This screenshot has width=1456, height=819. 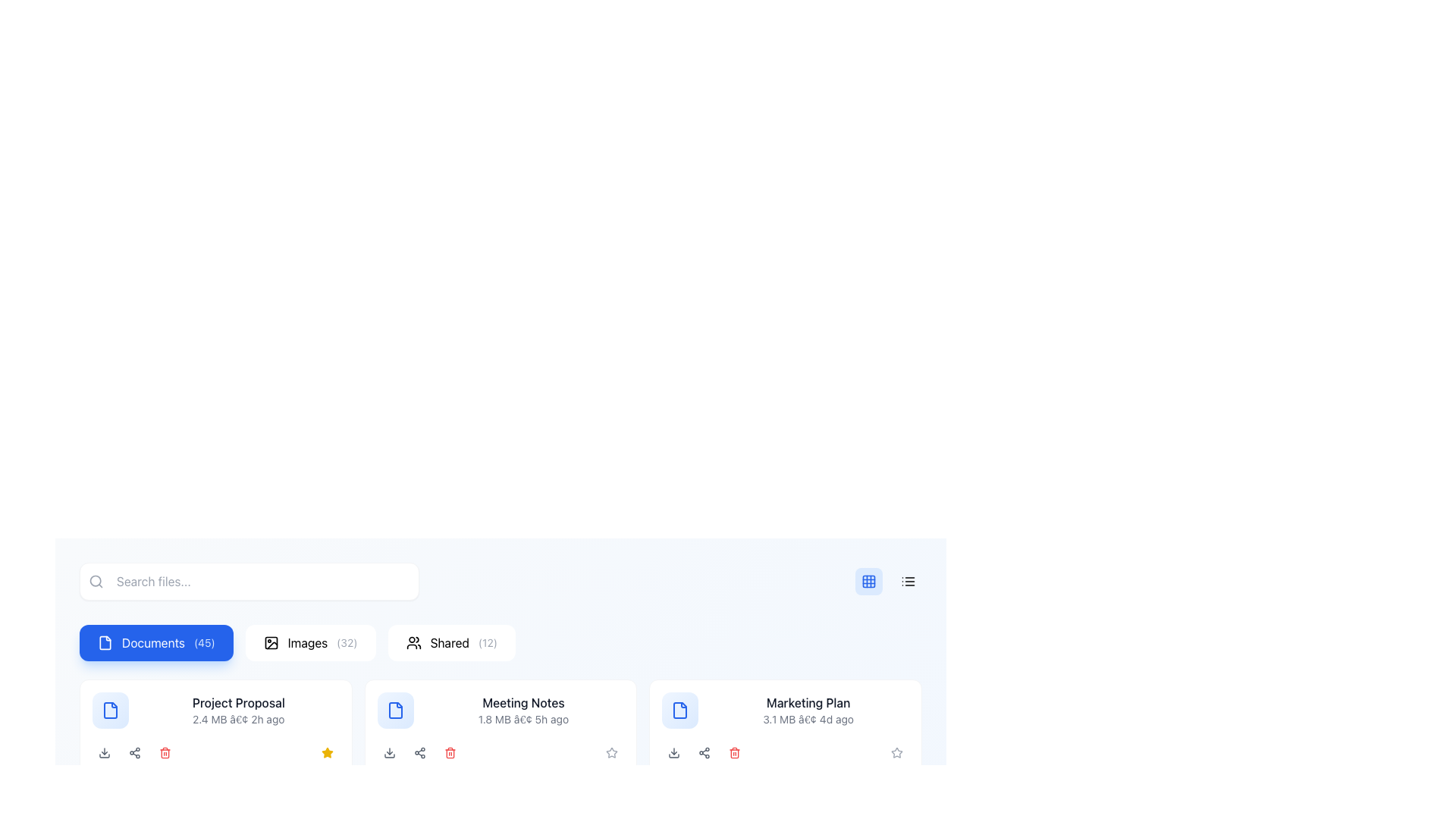 What do you see at coordinates (104, 752) in the screenshot?
I see `the download icon button, which is a gray downward arrow located in a rounded rectangular area` at bounding box center [104, 752].